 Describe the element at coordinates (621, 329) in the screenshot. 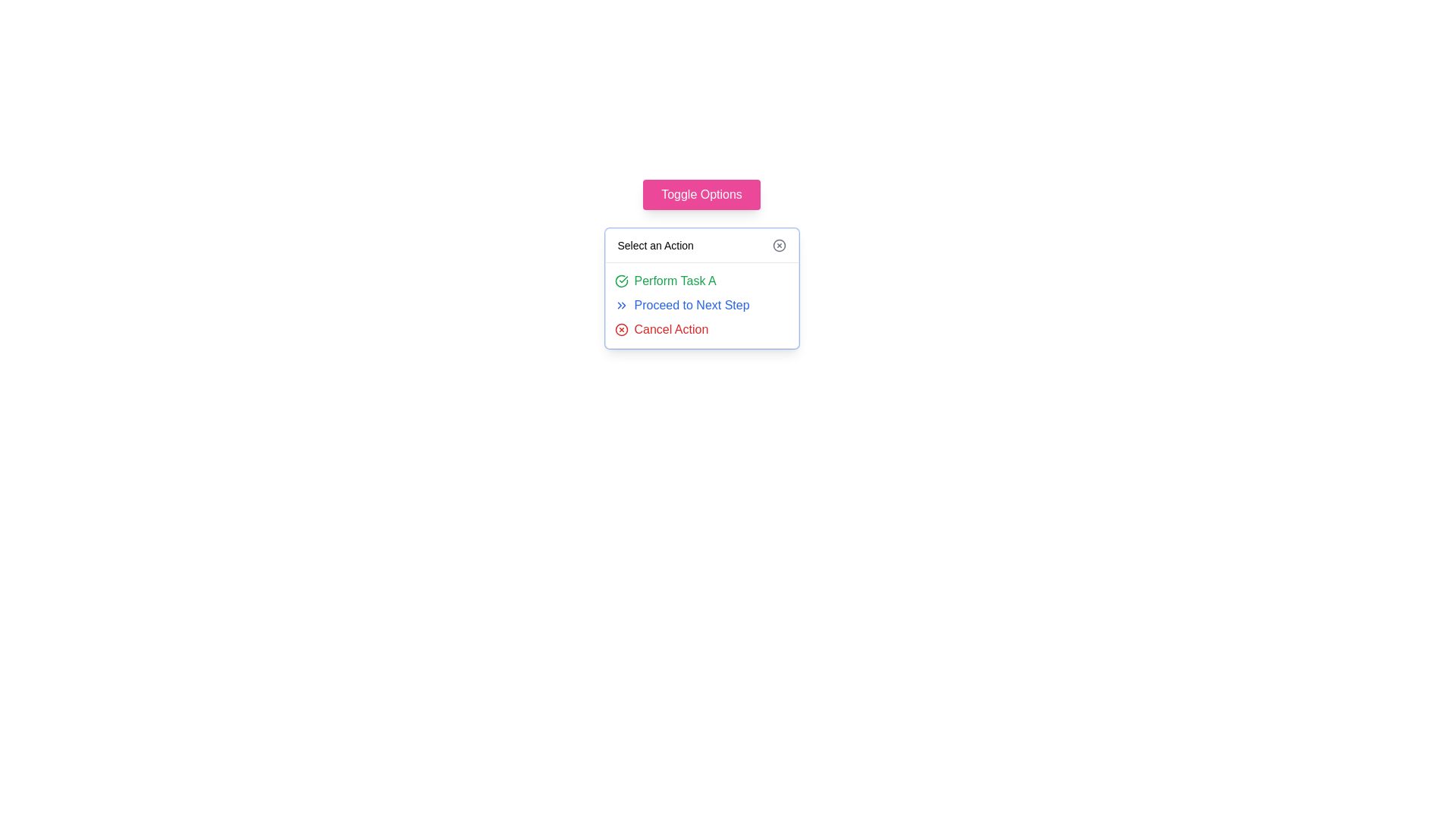

I see `the circular icon with a thin outline located next to the 'Select an Action' text field in the dropdown menu area` at that location.